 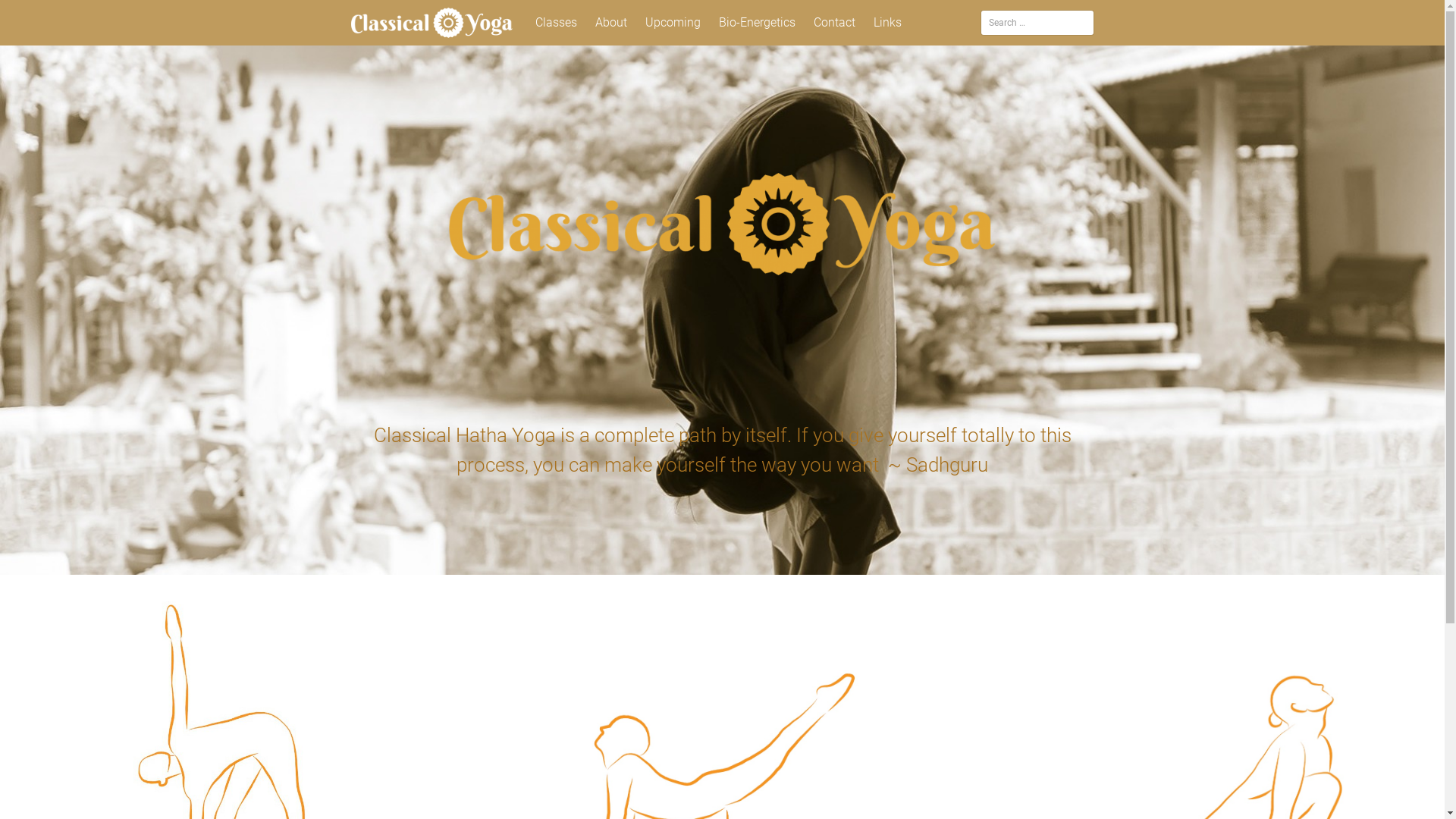 I want to click on 'About', so click(x=611, y=23).